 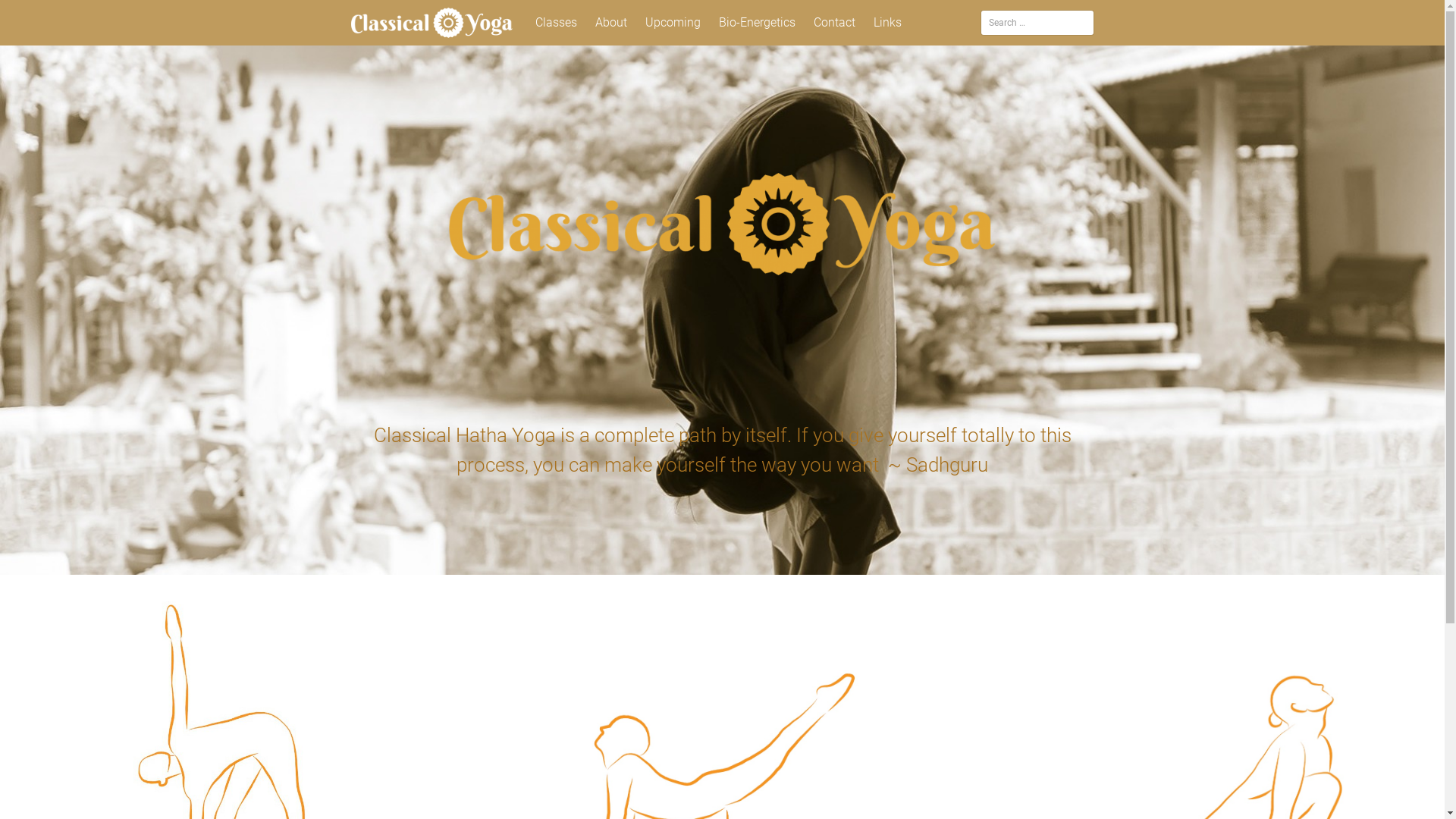 I want to click on 'About', so click(x=611, y=23).